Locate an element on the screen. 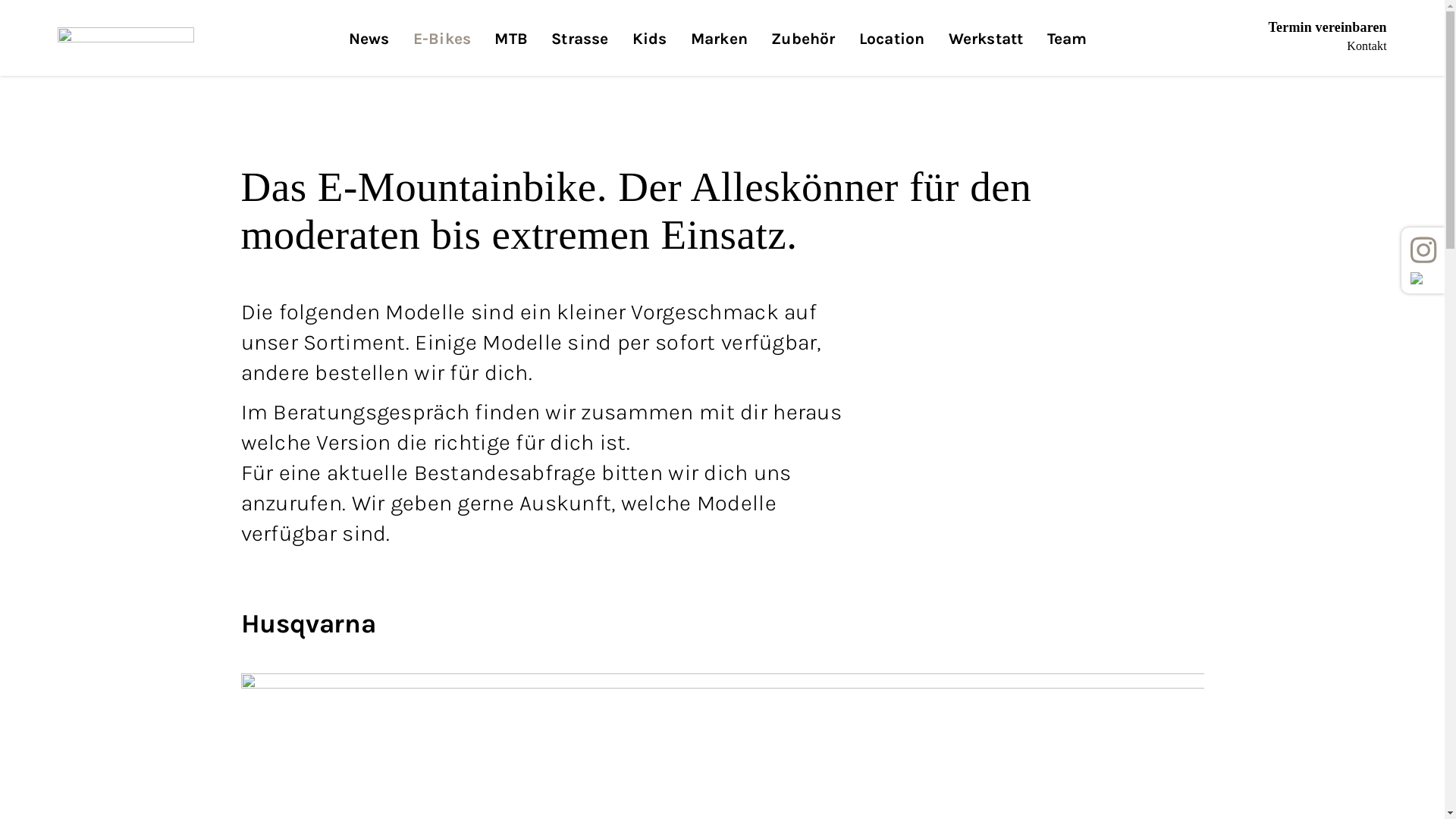 The image size is (1456, 819). 'Marken' is located at coordinates (718, 52).